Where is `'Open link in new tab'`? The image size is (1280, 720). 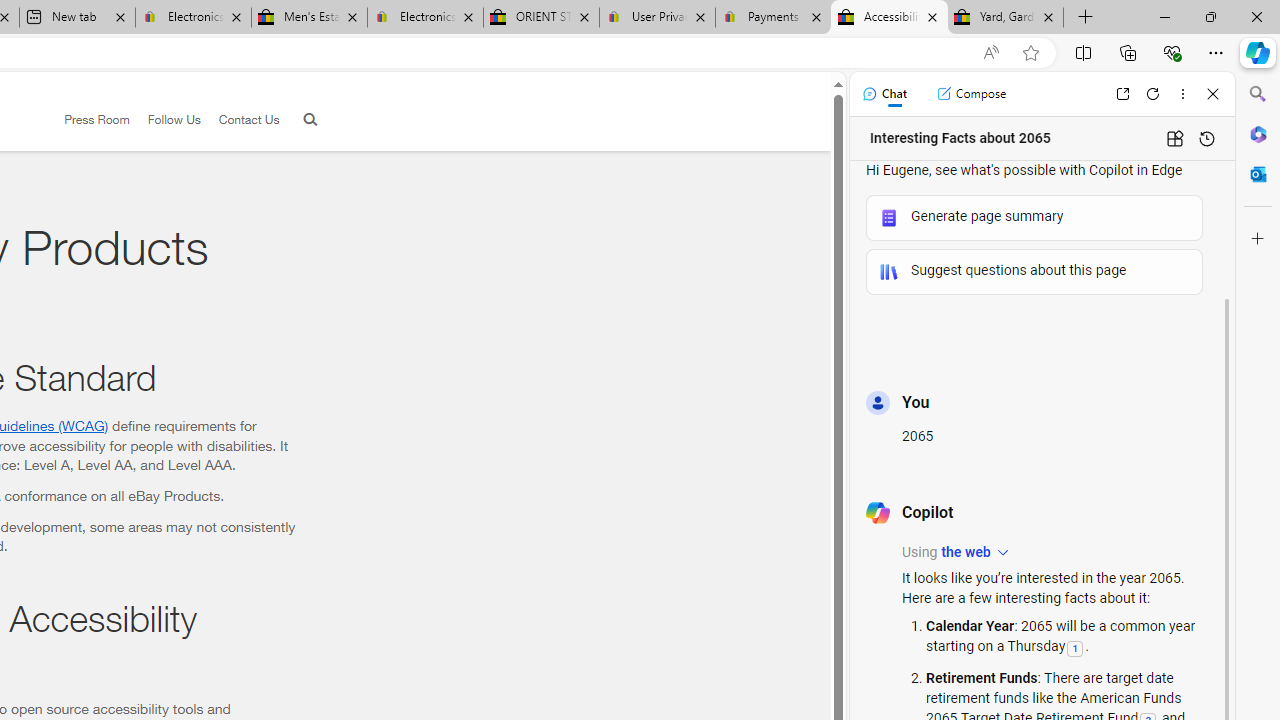 'Open link in new tab' is located at coordinates (1122, 93).